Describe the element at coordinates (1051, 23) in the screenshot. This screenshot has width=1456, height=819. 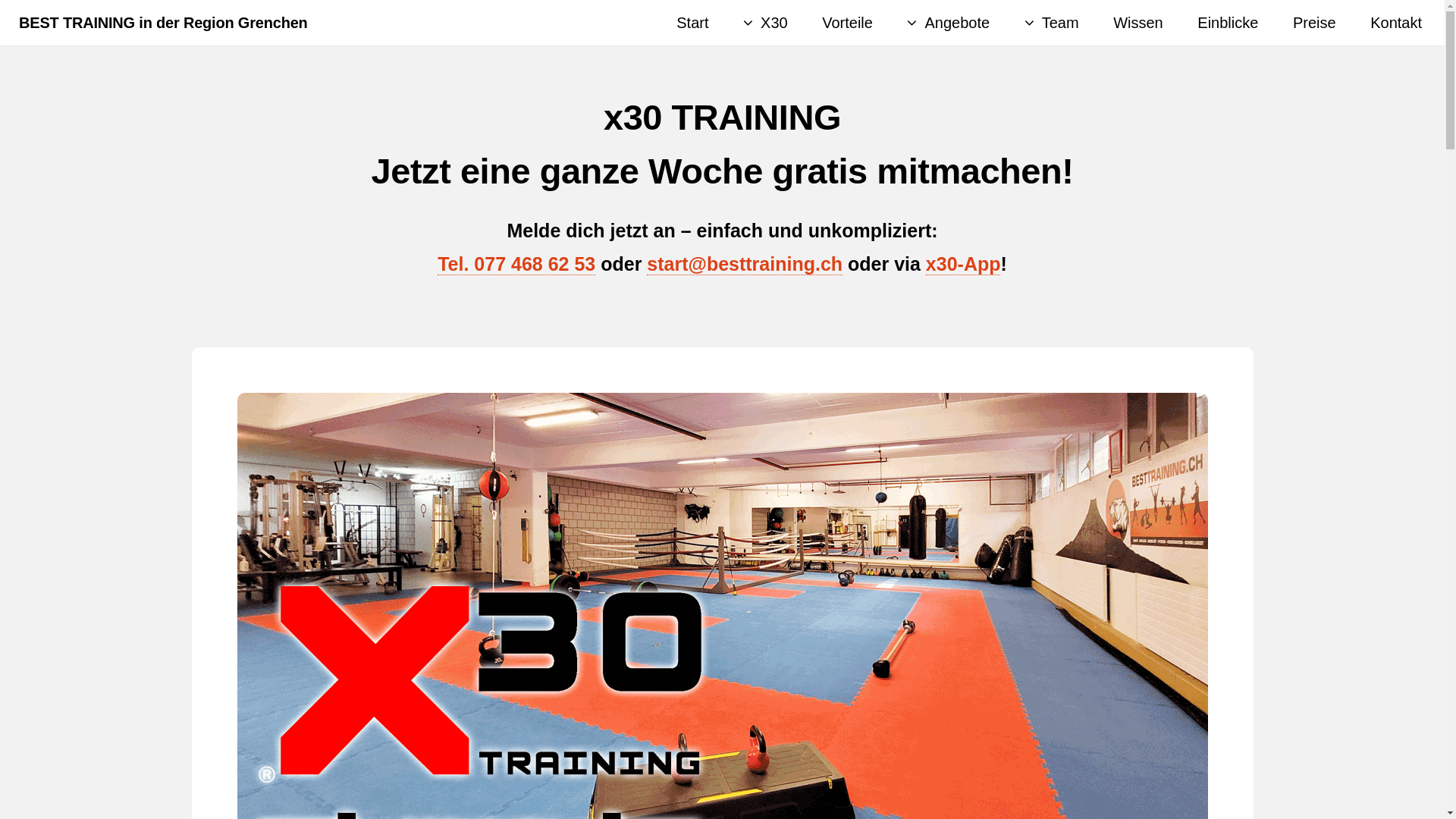
I see `'Team'` at that location.